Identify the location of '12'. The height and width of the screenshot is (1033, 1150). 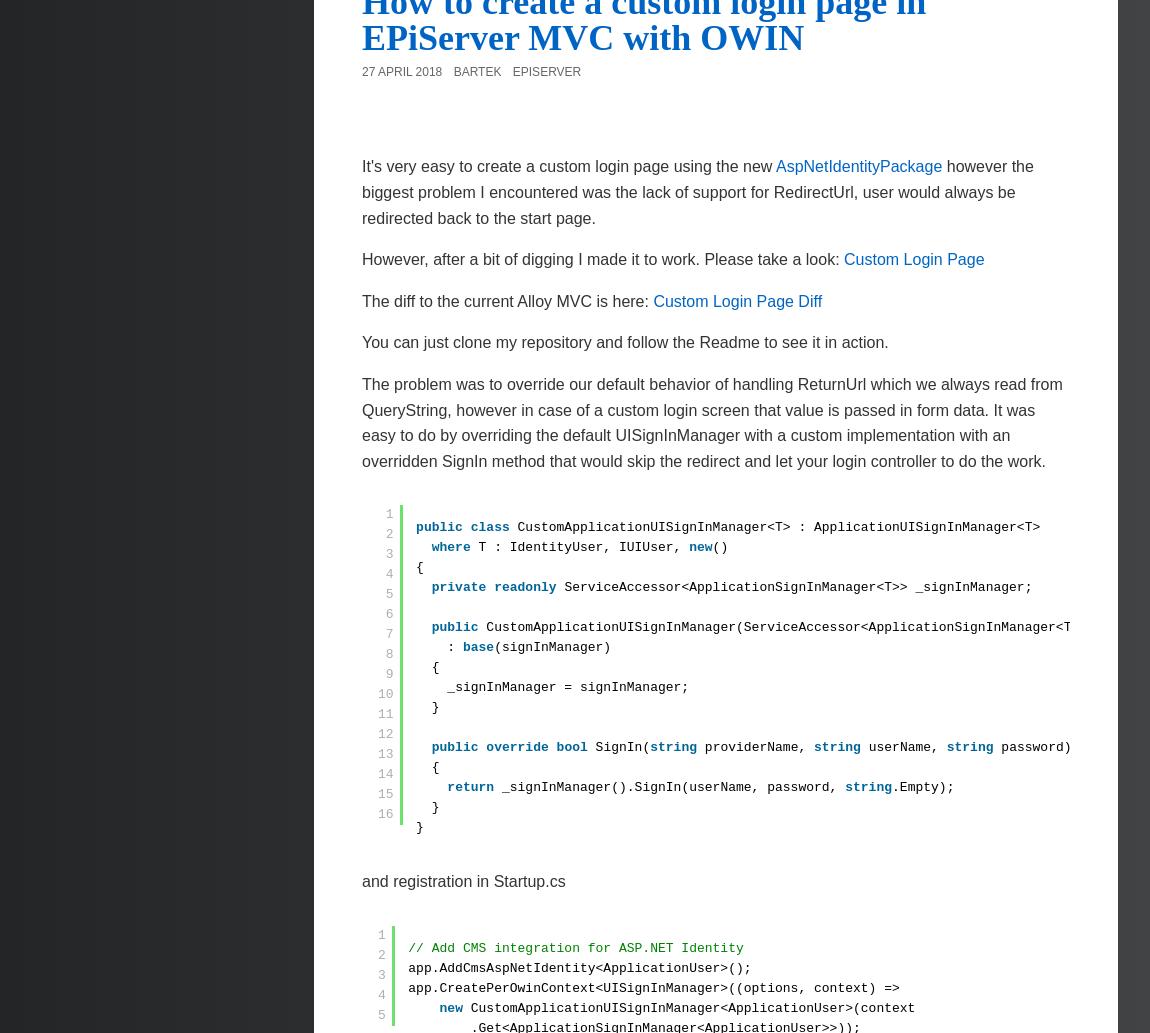
(385, 734).